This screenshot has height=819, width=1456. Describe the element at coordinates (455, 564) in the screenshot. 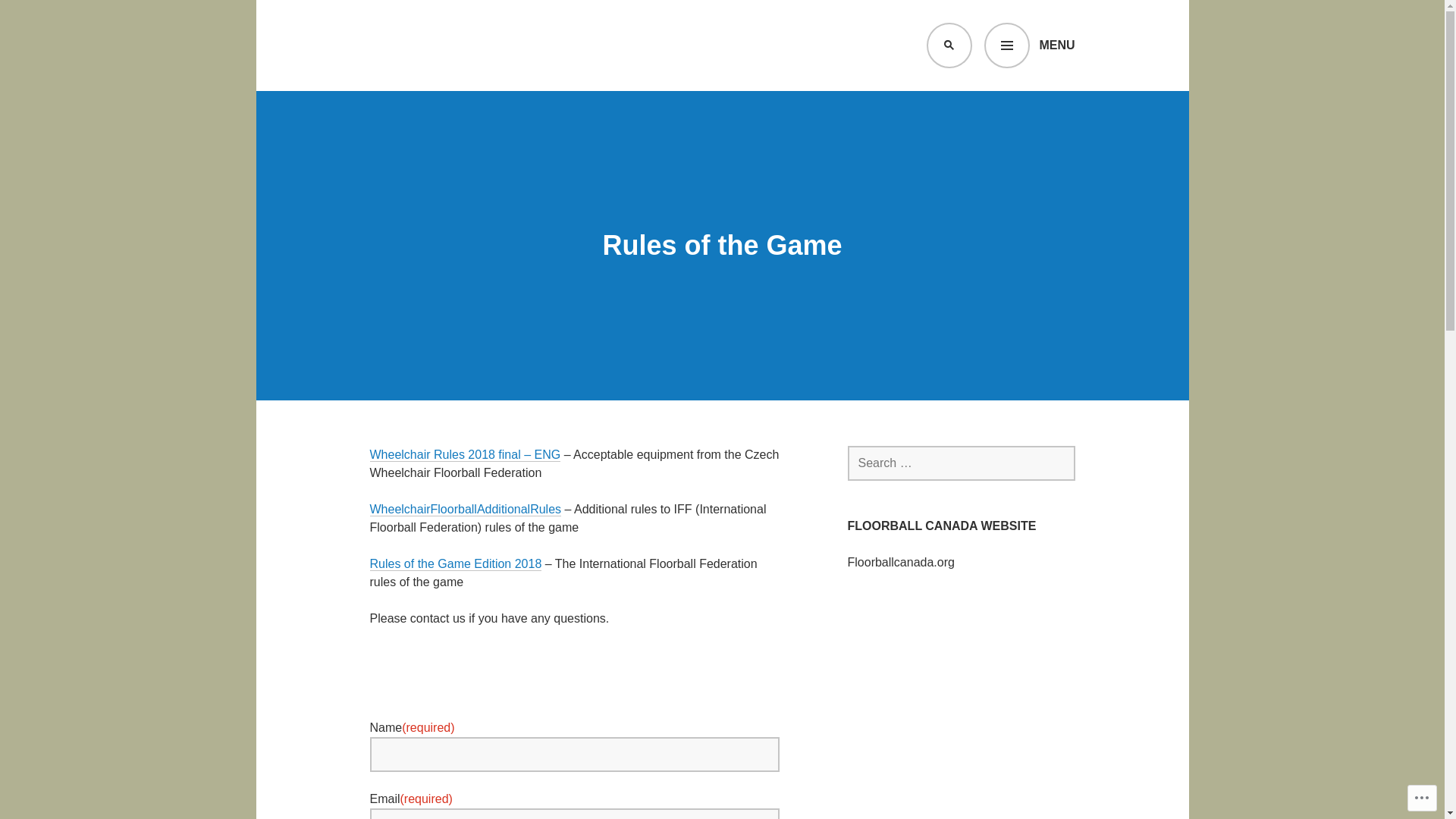

I see `'Rules of the Game Edition 2018'` at that location.